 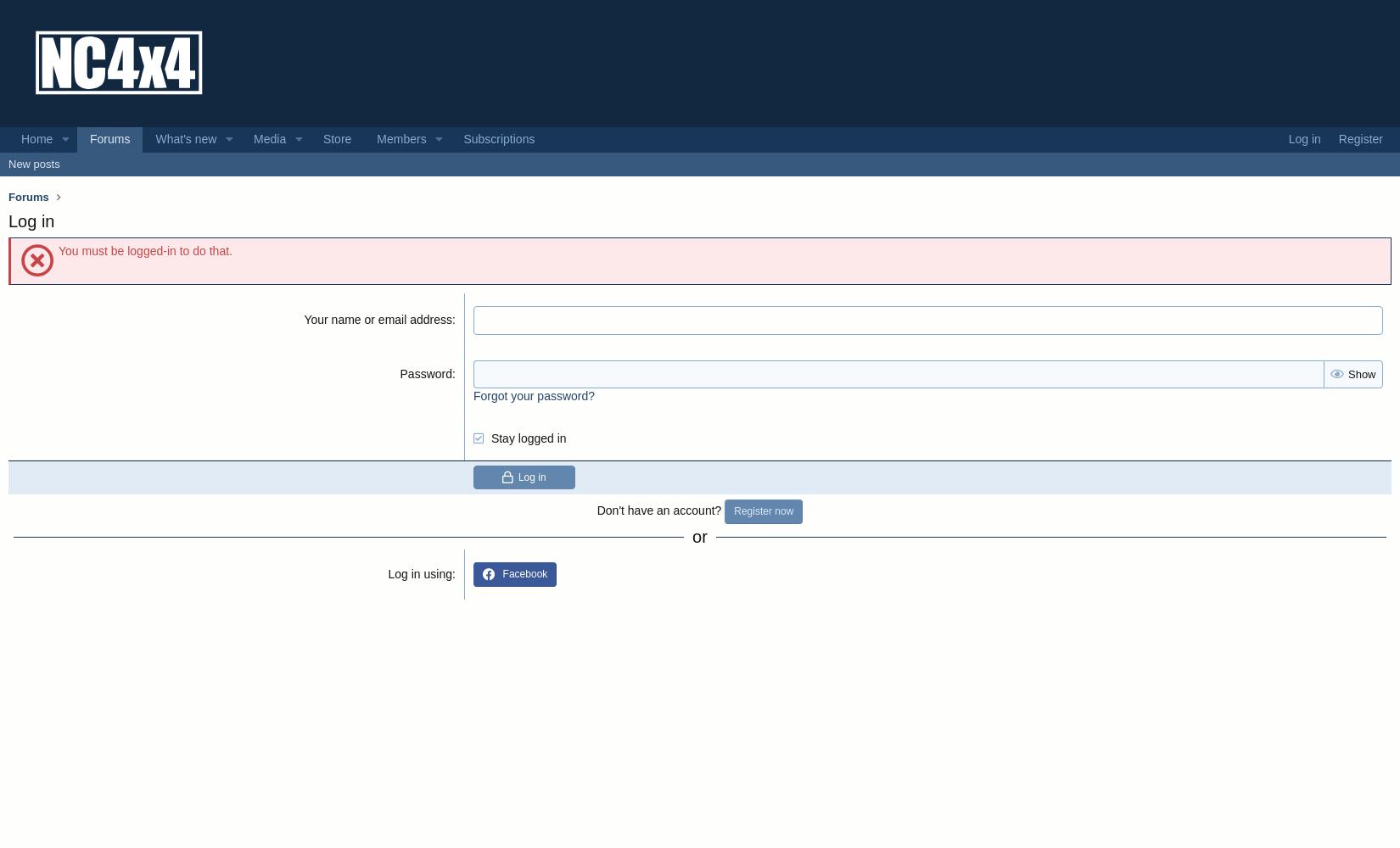 I want to click on 'What's new', so click(x=154, y=139).